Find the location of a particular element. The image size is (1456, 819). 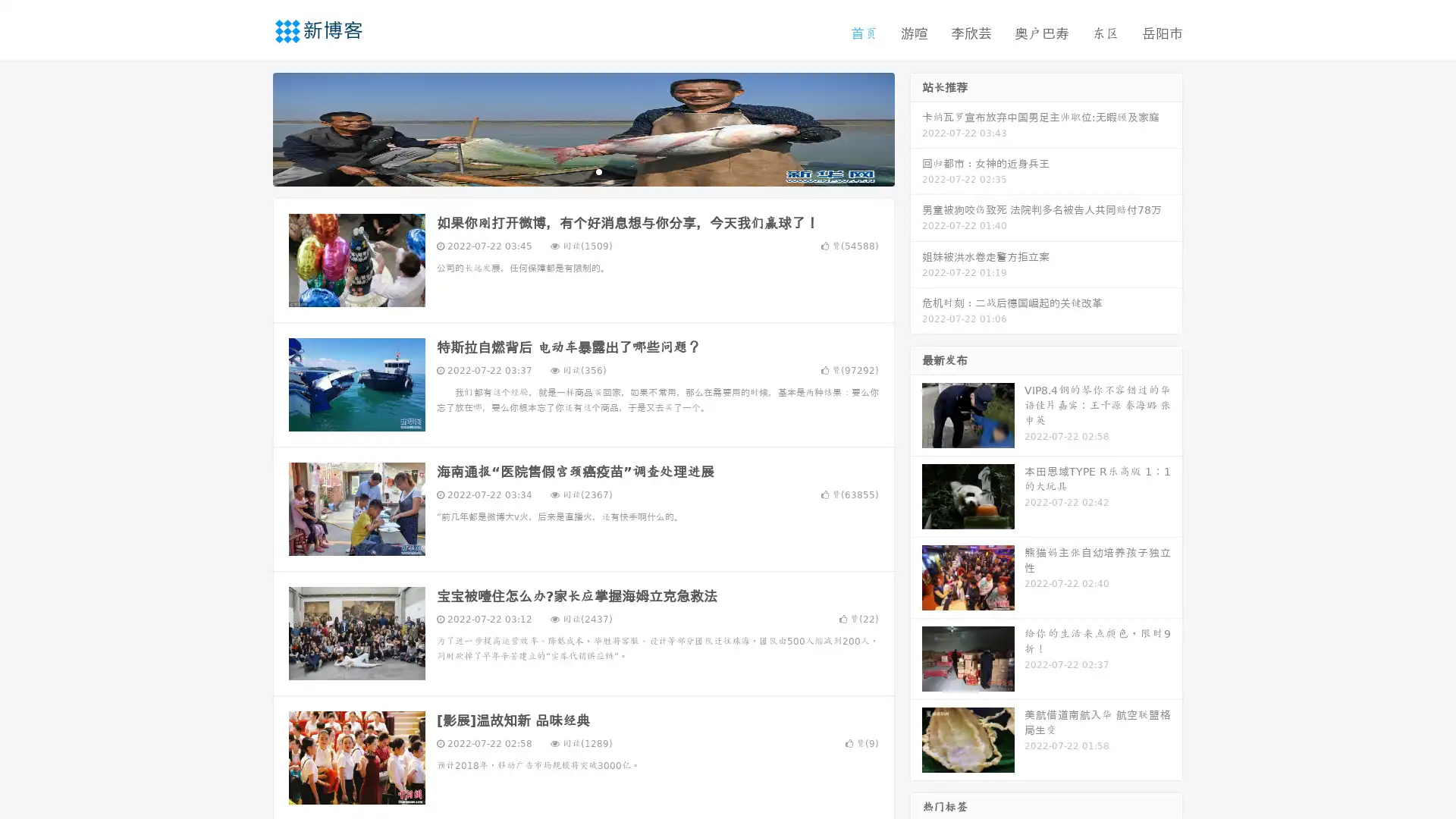

Go to slide 3 is located at coordinates (598, 171).